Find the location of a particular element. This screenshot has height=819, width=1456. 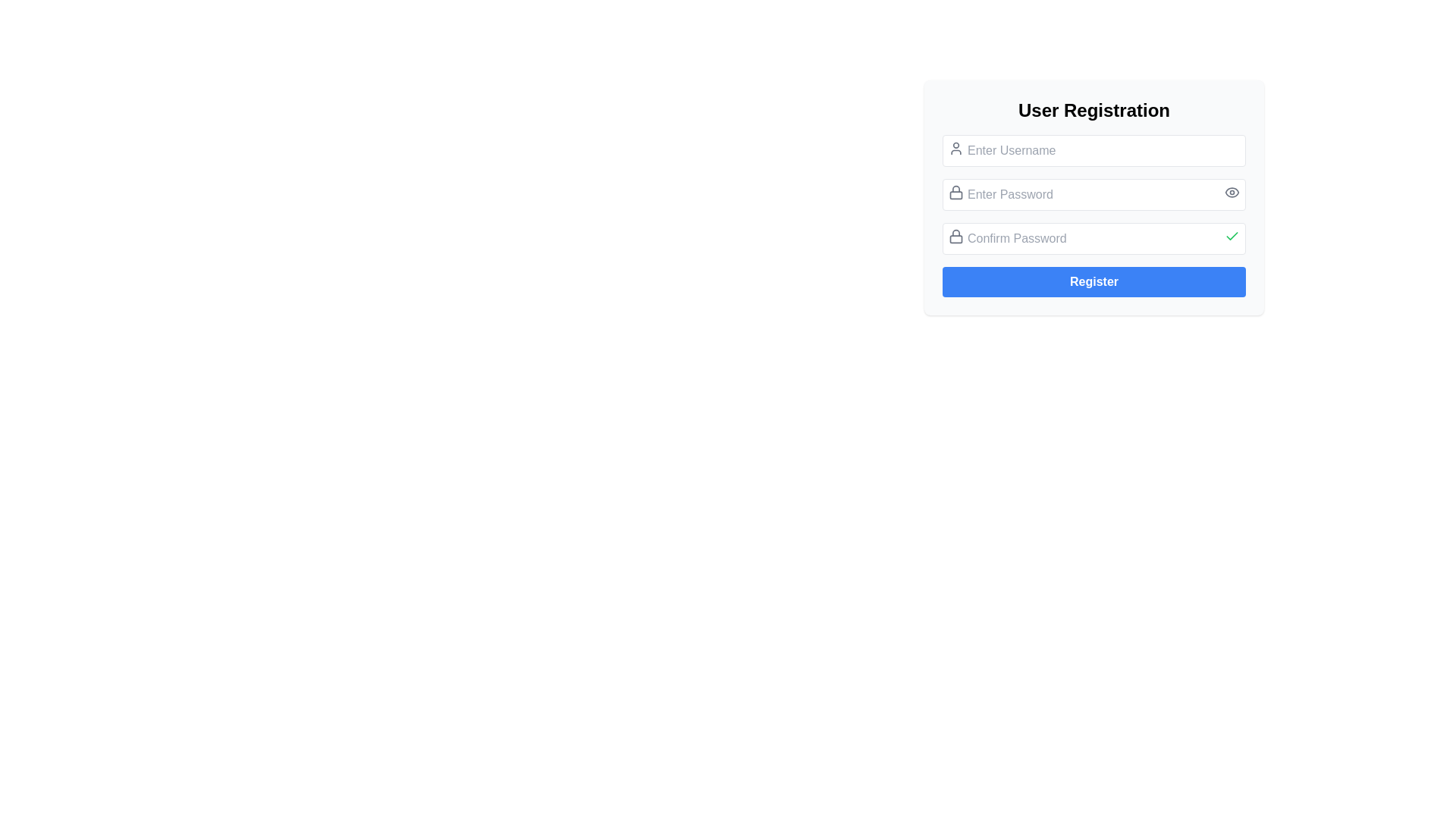

the Eye Icon located at the top-right corner of the password input field is located at coordinates (1232, 192).